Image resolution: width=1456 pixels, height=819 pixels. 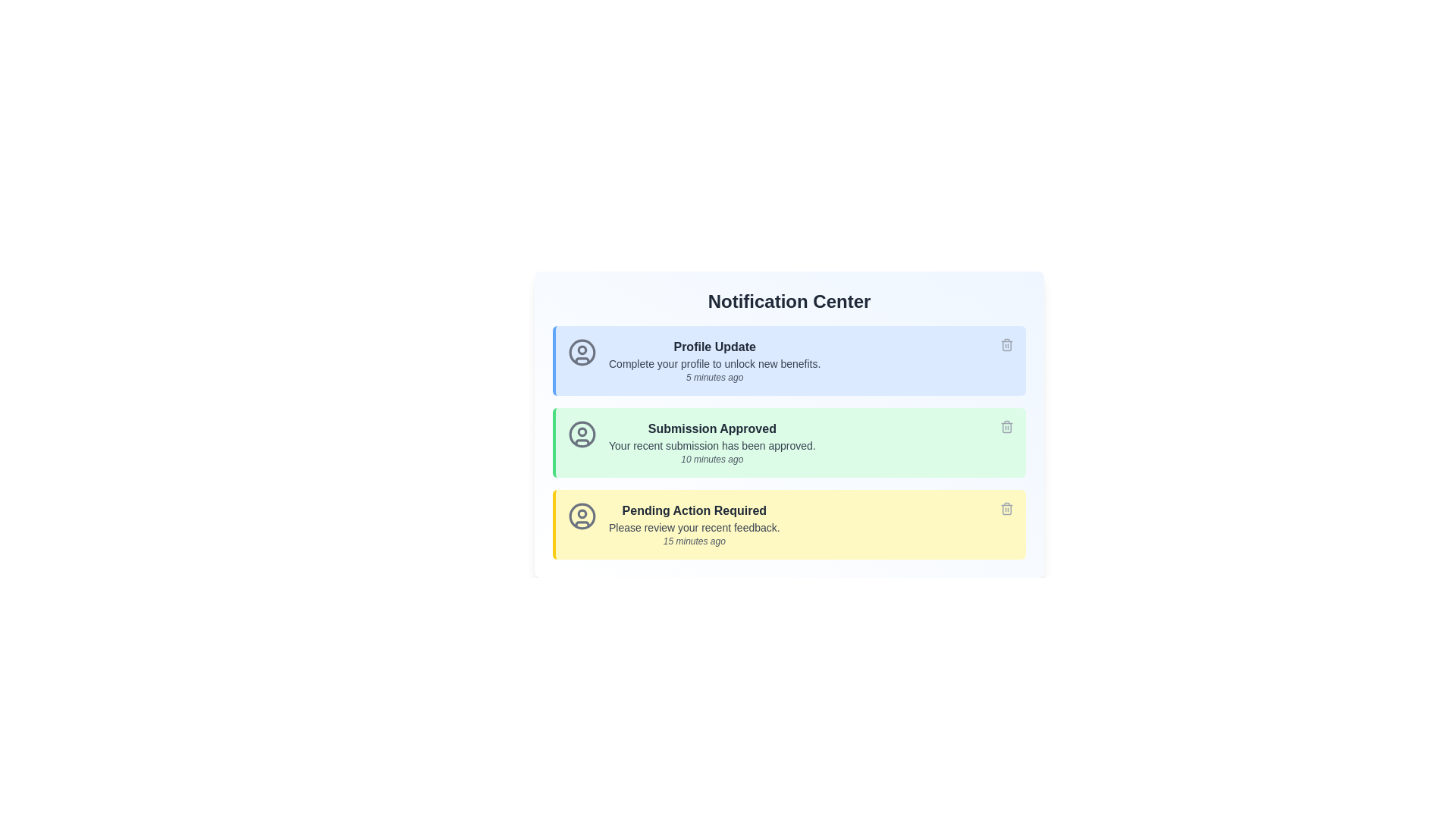 What do you see at coordinates (711, 458) in the screenshot?
I see `timestamp displayed in the notification card, which shows when the notification occurred, specifically the text label indicating '10 minutes ago'` at bounding box center [711, 458].